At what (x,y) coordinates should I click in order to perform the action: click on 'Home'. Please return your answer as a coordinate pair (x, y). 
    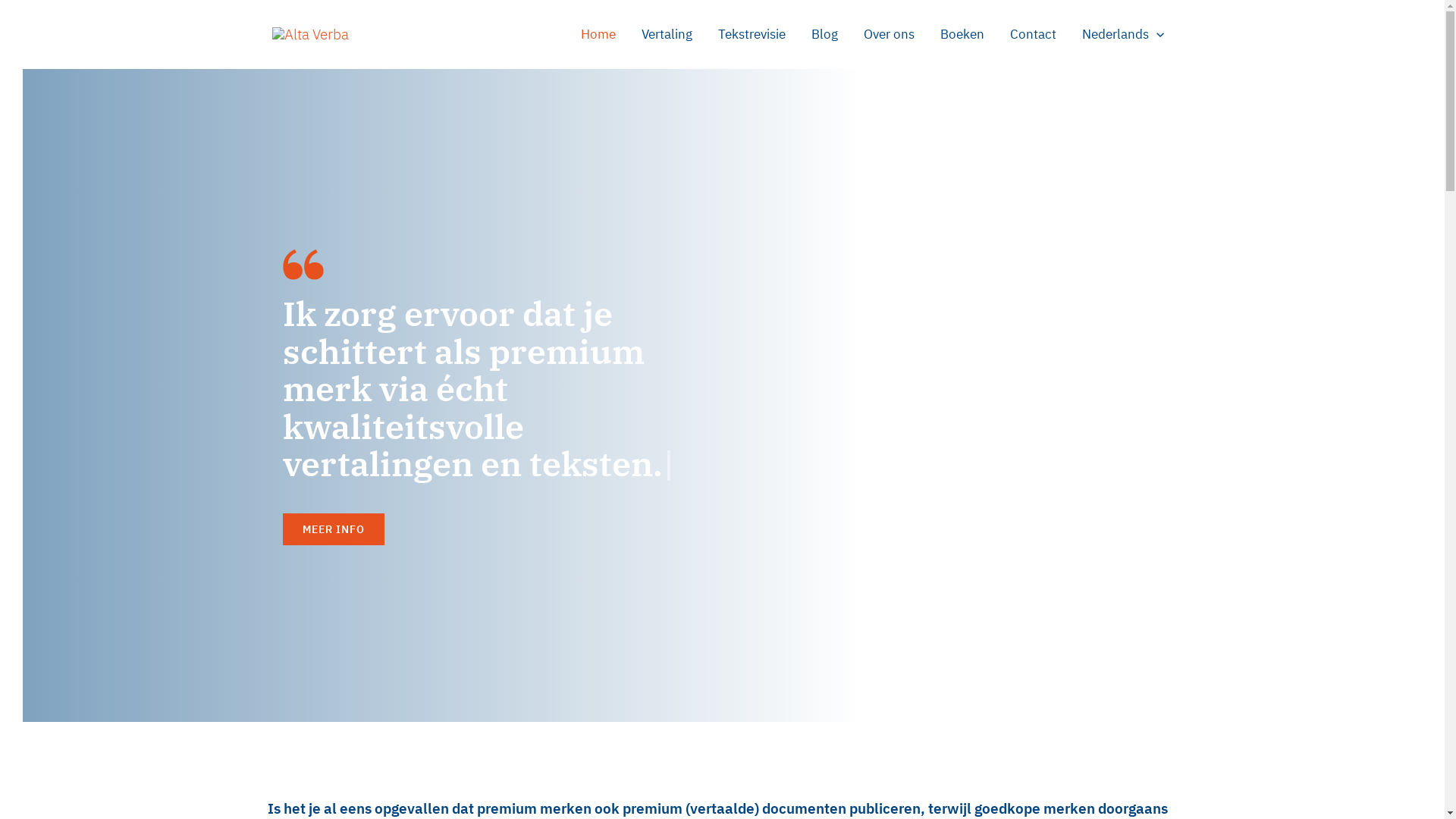
    Looking at the image, I should click on (597, 34).